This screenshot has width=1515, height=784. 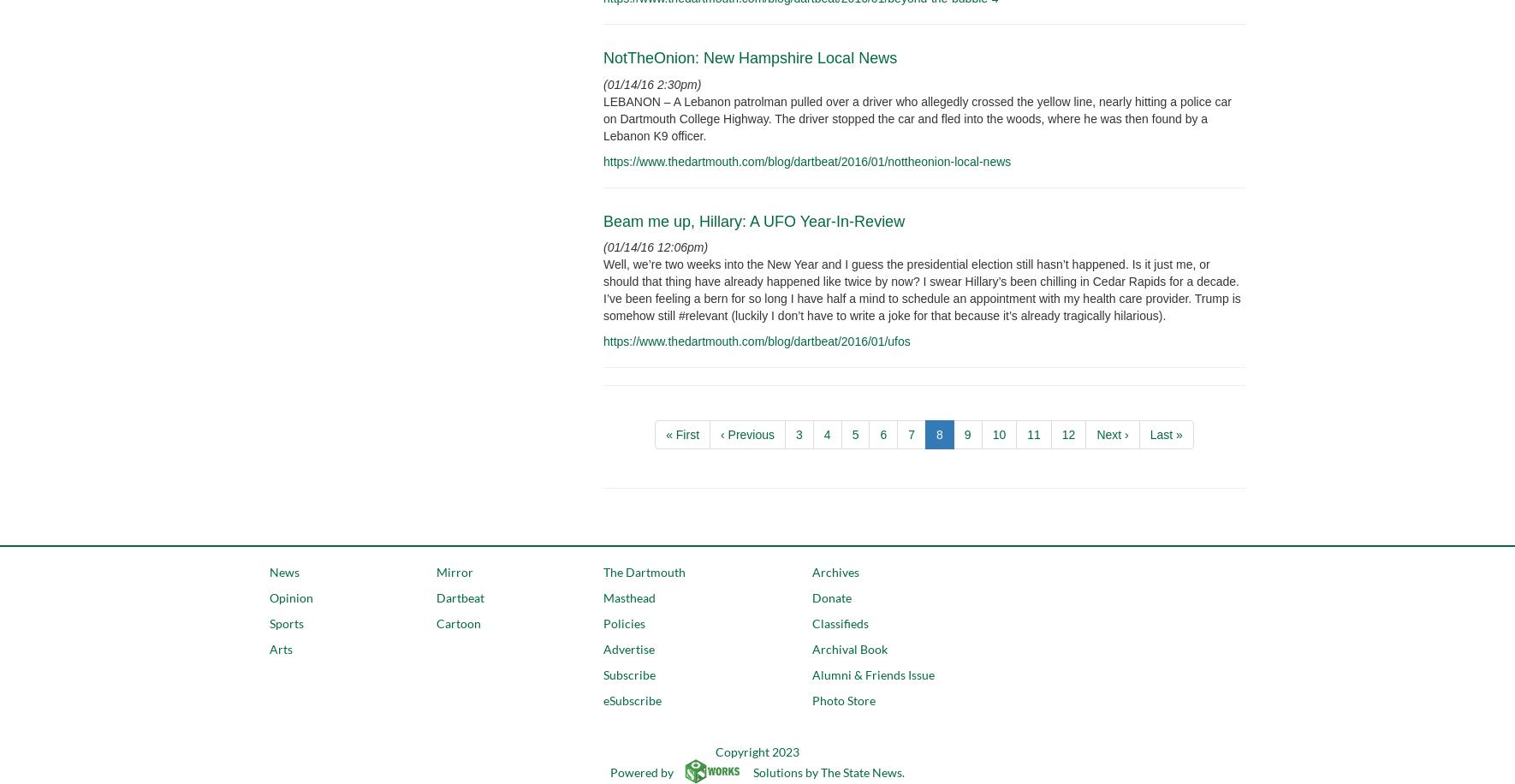 I want to click on '(01/14/16 2:30pm)', so click(x=651, y=83).